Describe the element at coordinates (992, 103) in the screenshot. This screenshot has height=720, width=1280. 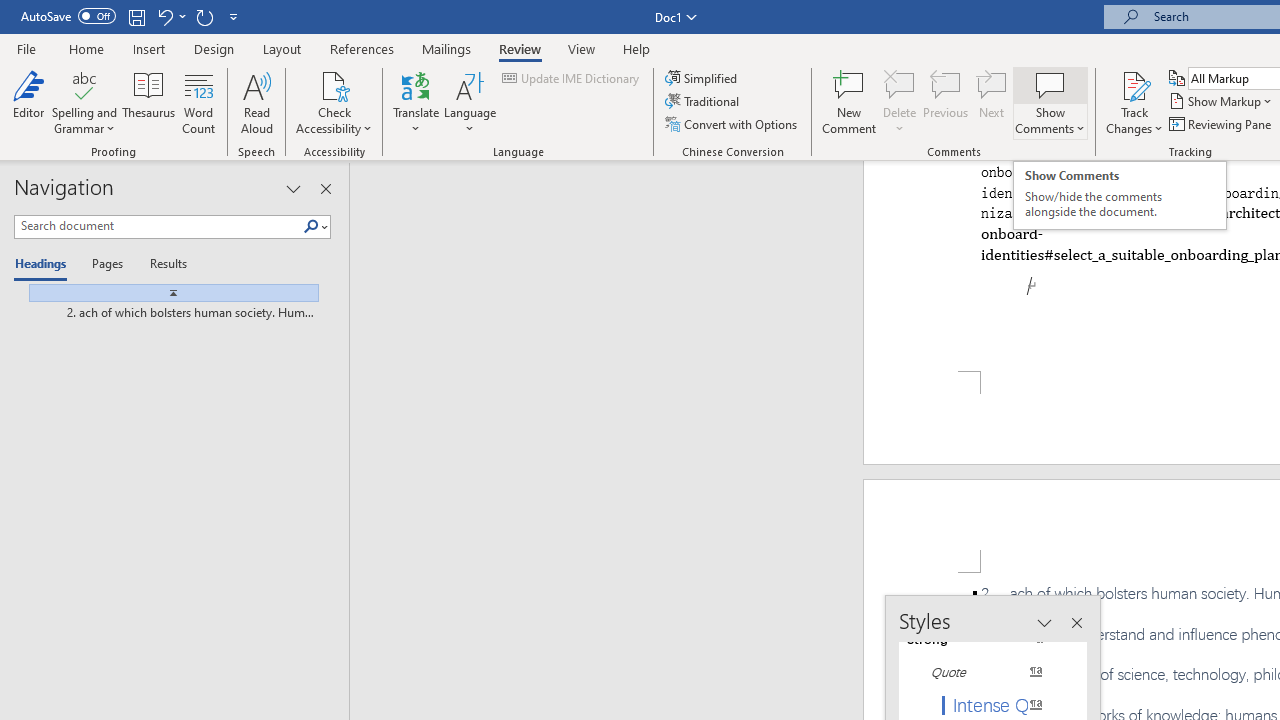
I see `'Next'` at that location.